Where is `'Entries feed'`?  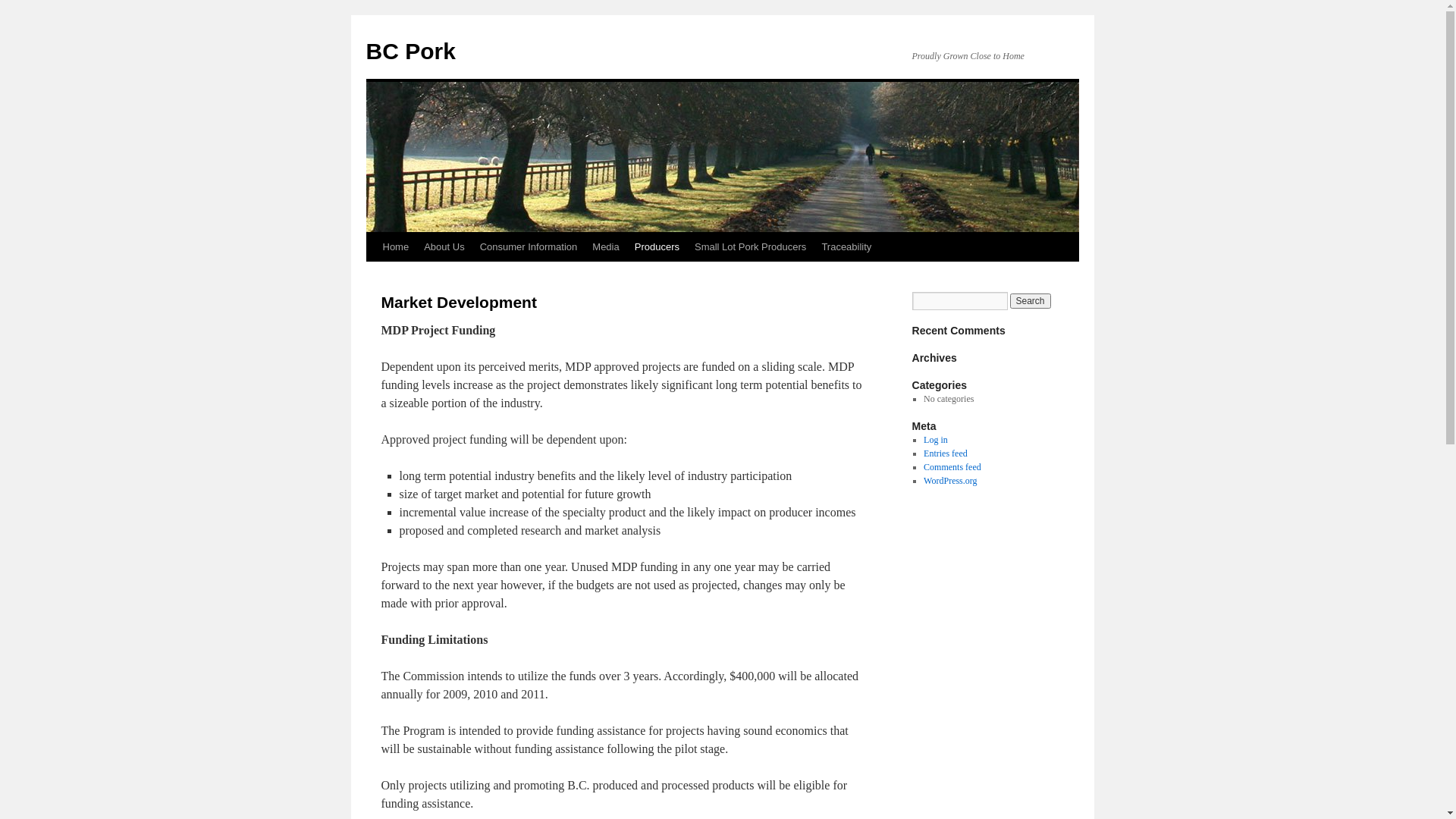
'Entries feed' is located at coordinates (945, 452).